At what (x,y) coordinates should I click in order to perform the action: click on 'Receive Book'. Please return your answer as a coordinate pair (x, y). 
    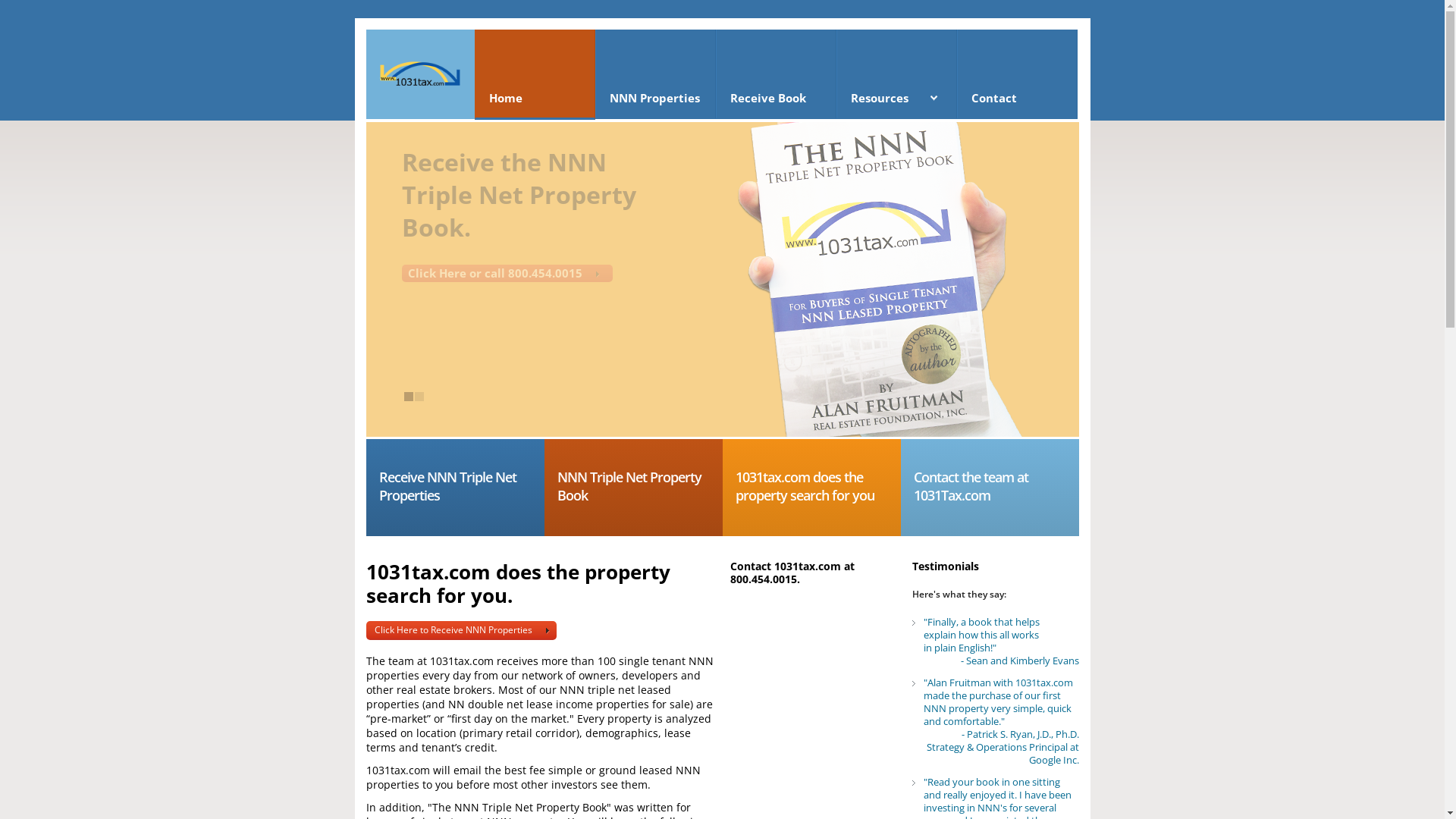
    Looking at the image, I should click on (715, 74).